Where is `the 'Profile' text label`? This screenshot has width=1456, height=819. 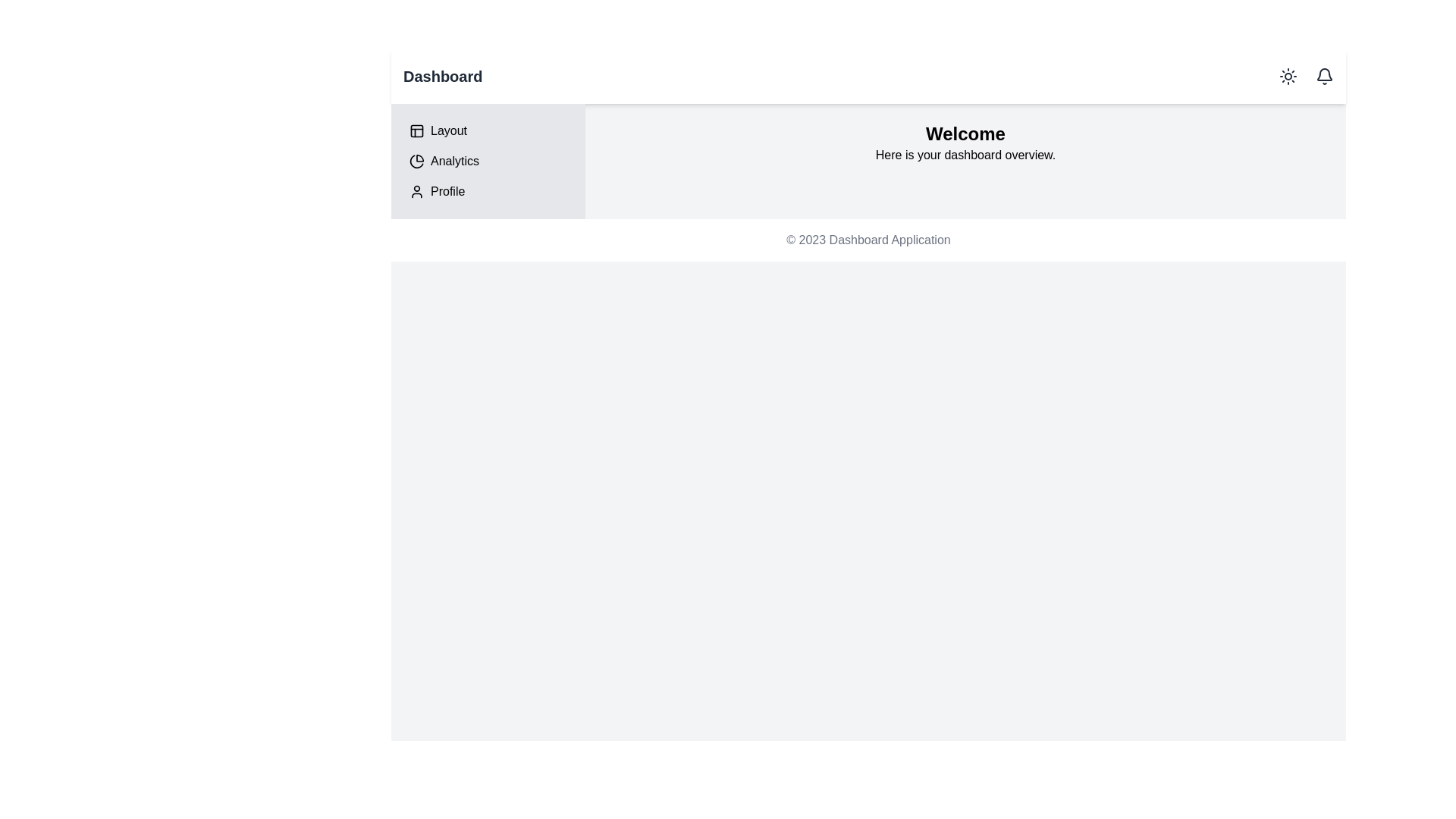 the 'Profile' text label is located at coordinates (447, 191).